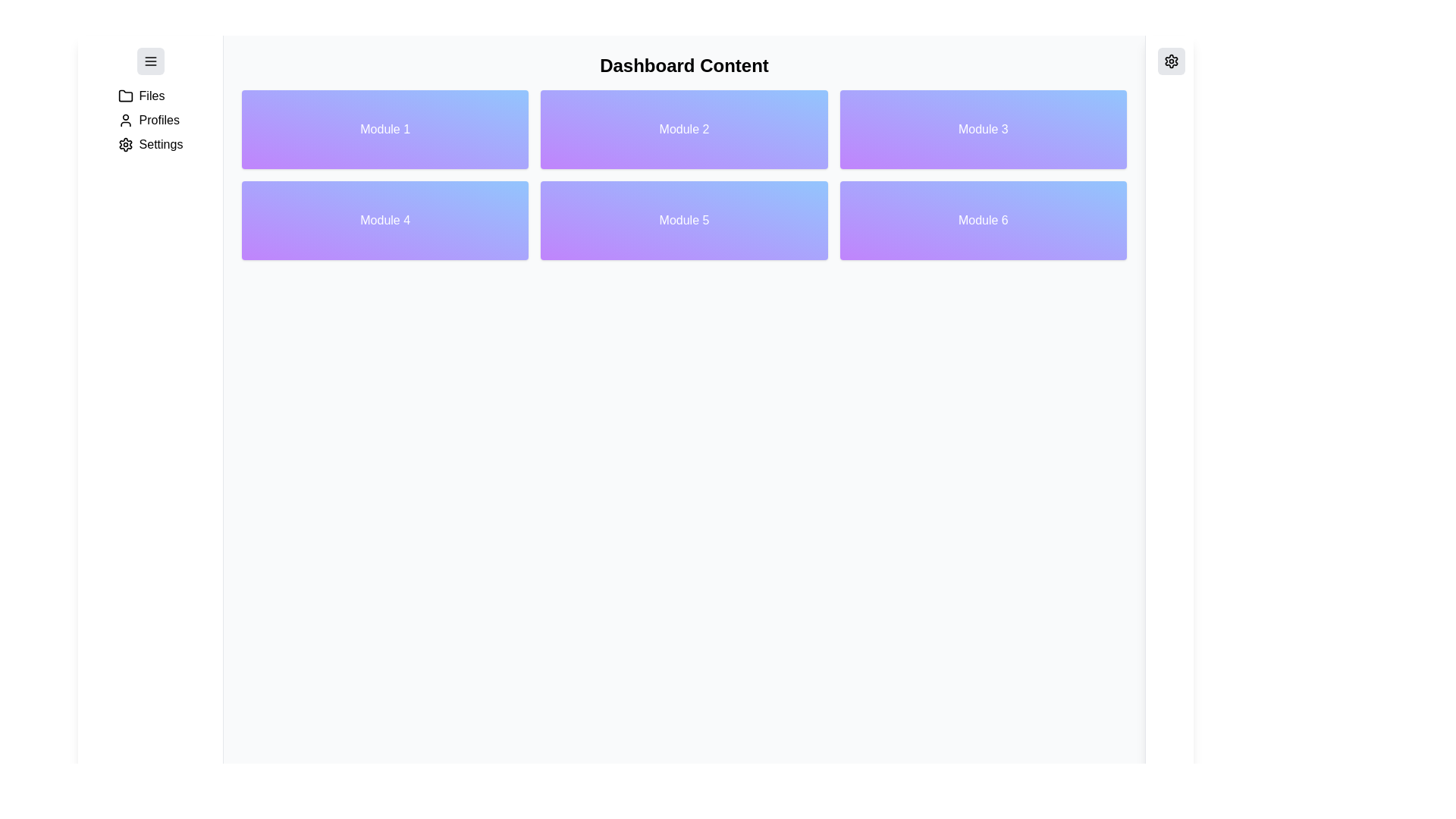  What do you see at coordinates (1171, 61) in the screenshot?
I see `the settings icon located in the top-right corner of the interface within the vertical white sidebar` at bounding box center [1171, 61].